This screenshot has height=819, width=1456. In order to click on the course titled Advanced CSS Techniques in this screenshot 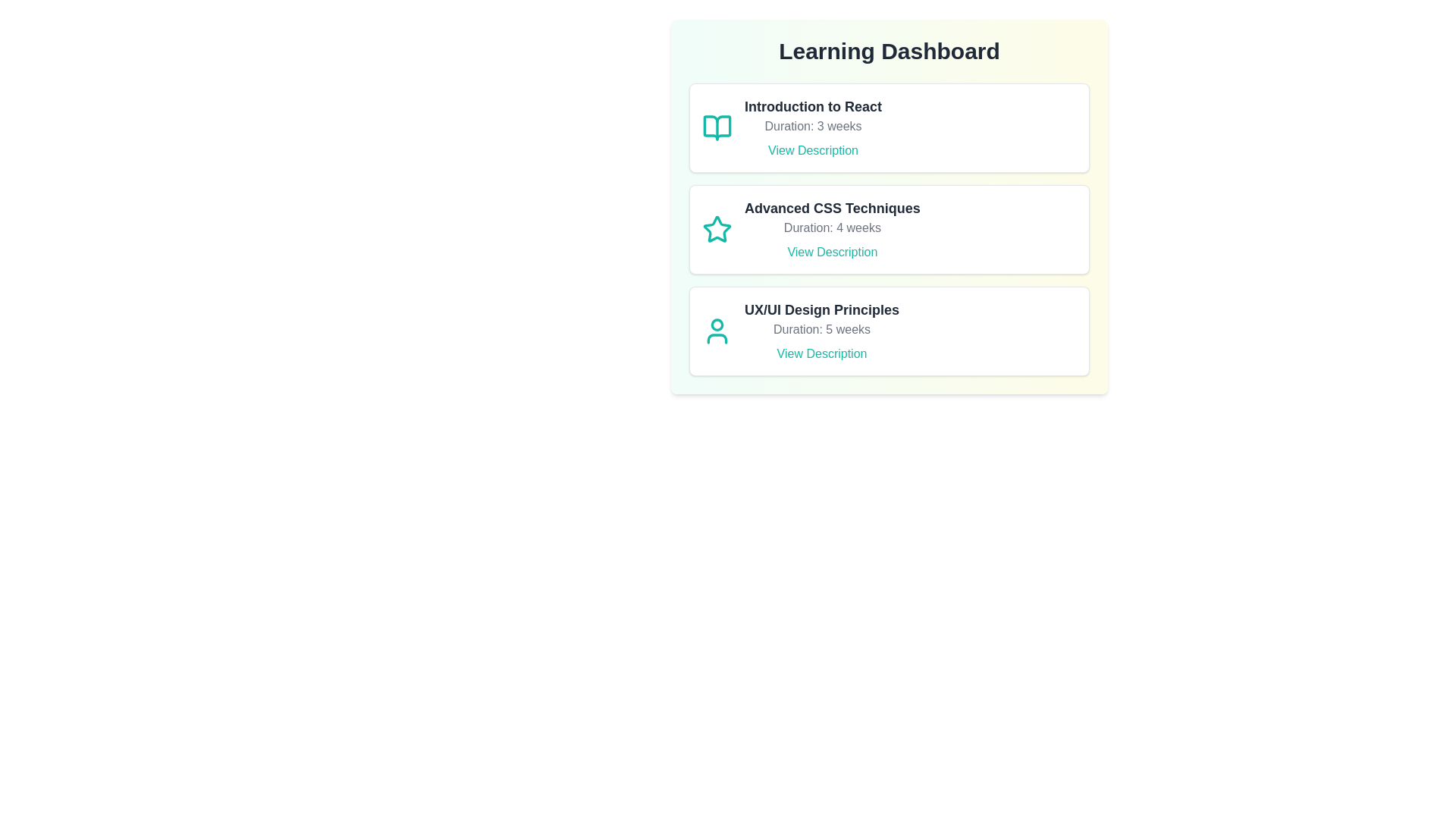, I will do `click(889, 230)`.